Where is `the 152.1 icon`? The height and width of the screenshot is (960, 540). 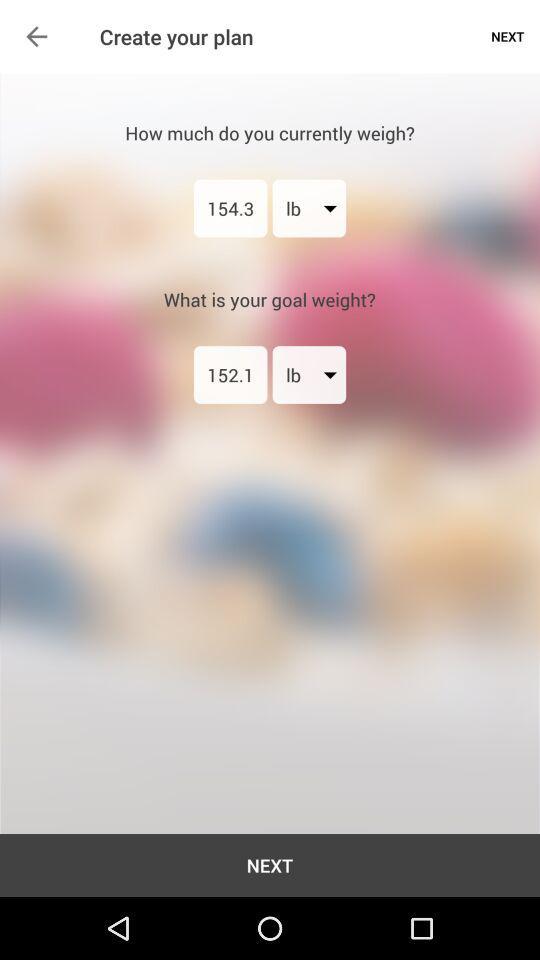
the 152.1 icon is located at coordinates (229, 373).